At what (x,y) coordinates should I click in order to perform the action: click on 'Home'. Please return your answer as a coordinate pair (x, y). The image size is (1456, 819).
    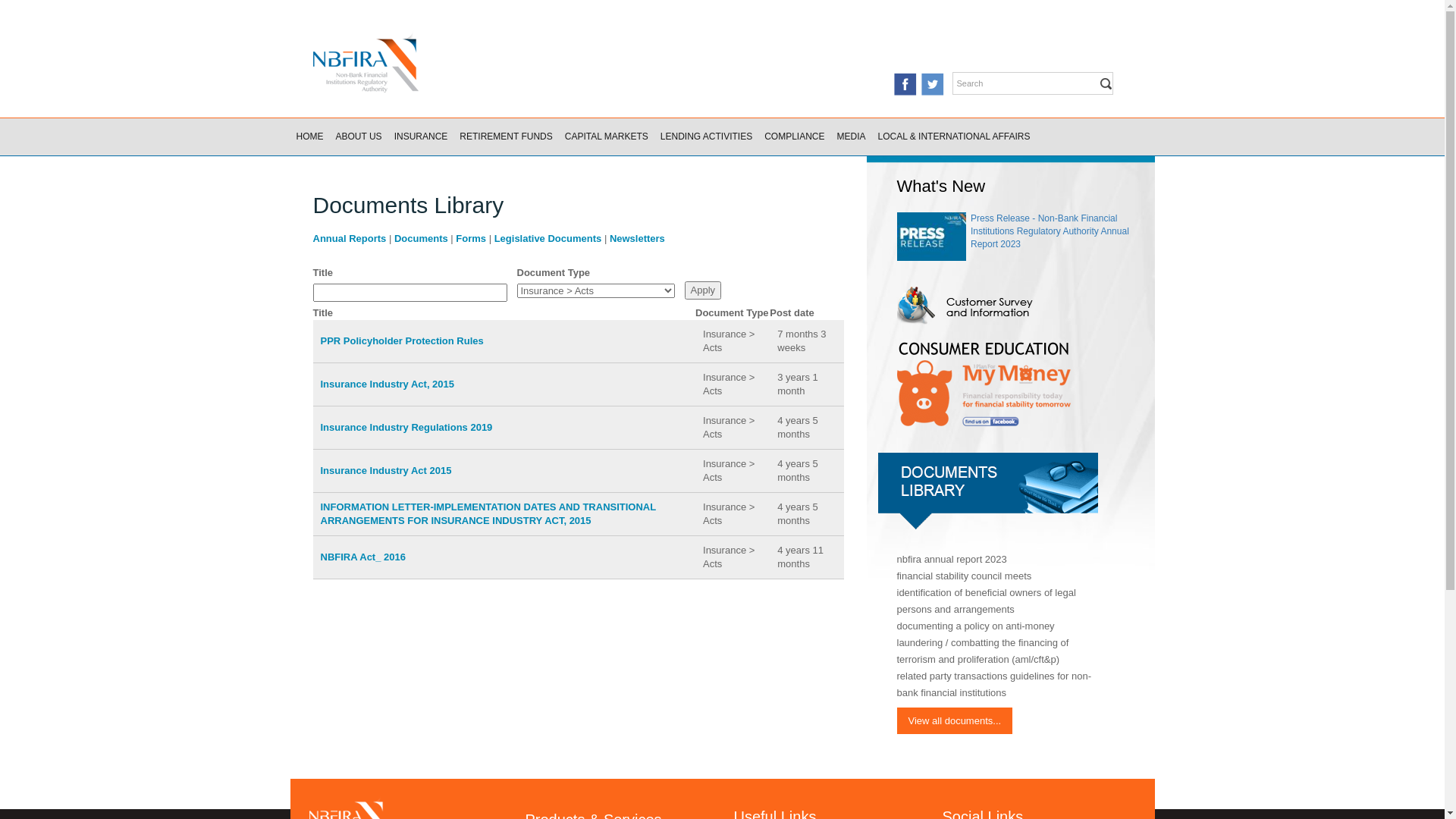
    Looking at the image, I should click on (302, 61).